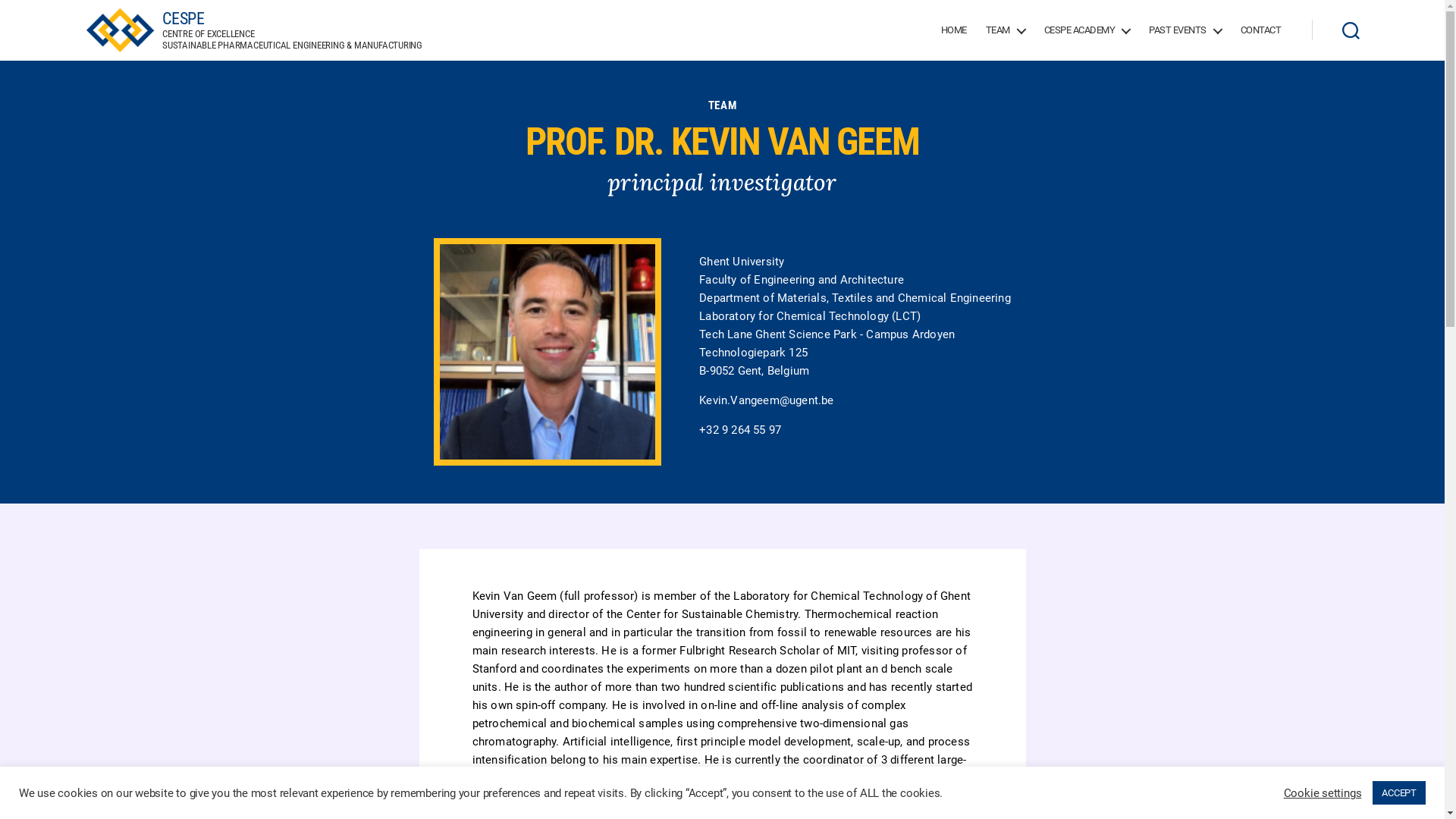 The width and height of the screenshot is (1456, 819). What do you see at coordinates (721, 105) in the screenshot?
I see `'TEAM'` at bounding box center [721, 105].